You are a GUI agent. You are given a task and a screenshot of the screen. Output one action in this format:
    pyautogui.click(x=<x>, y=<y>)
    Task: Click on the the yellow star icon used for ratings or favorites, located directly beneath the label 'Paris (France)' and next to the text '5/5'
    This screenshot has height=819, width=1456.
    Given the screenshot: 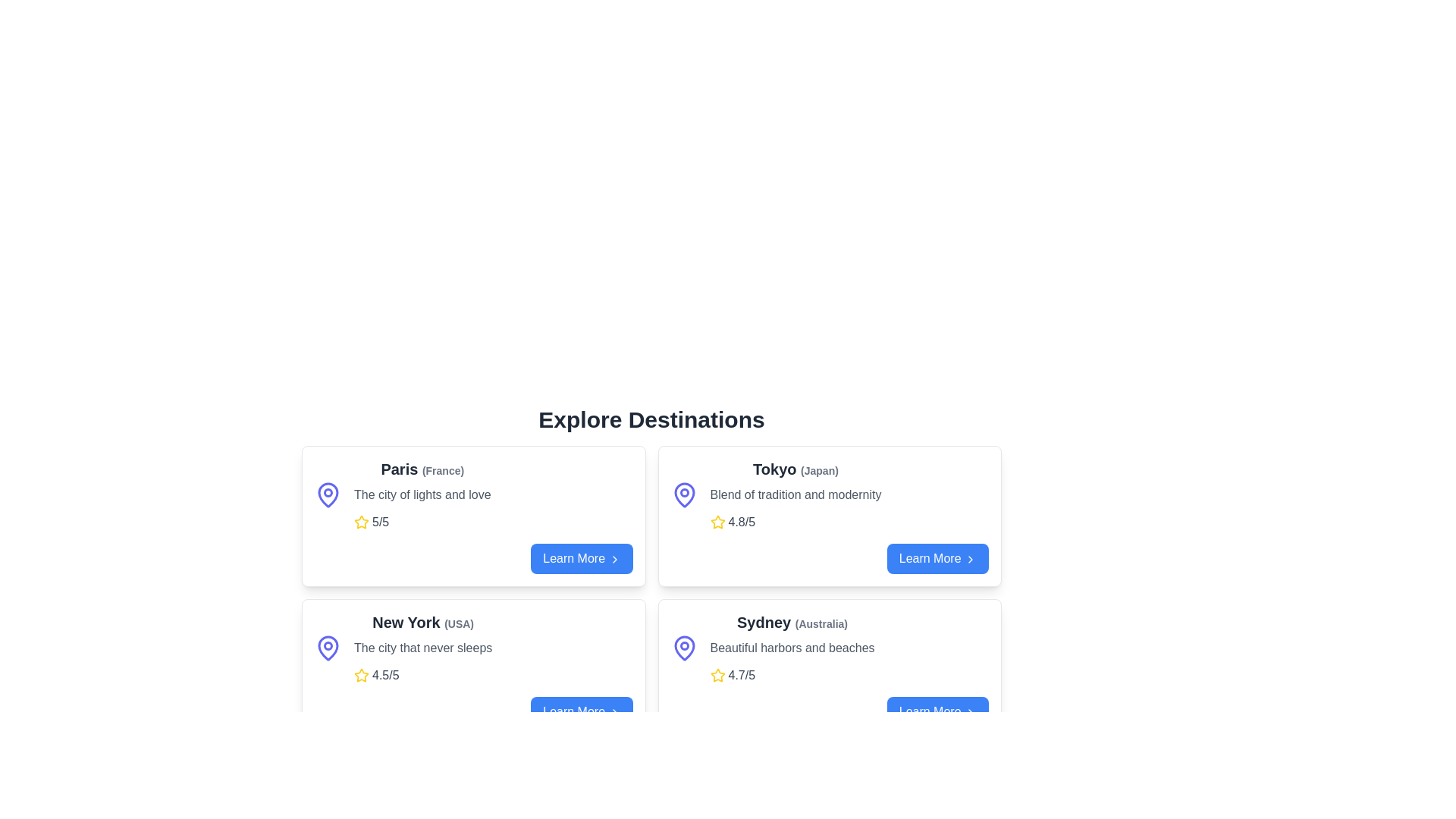 What is the action you would take?
    pyautogui.click(x=360, y=522)
    